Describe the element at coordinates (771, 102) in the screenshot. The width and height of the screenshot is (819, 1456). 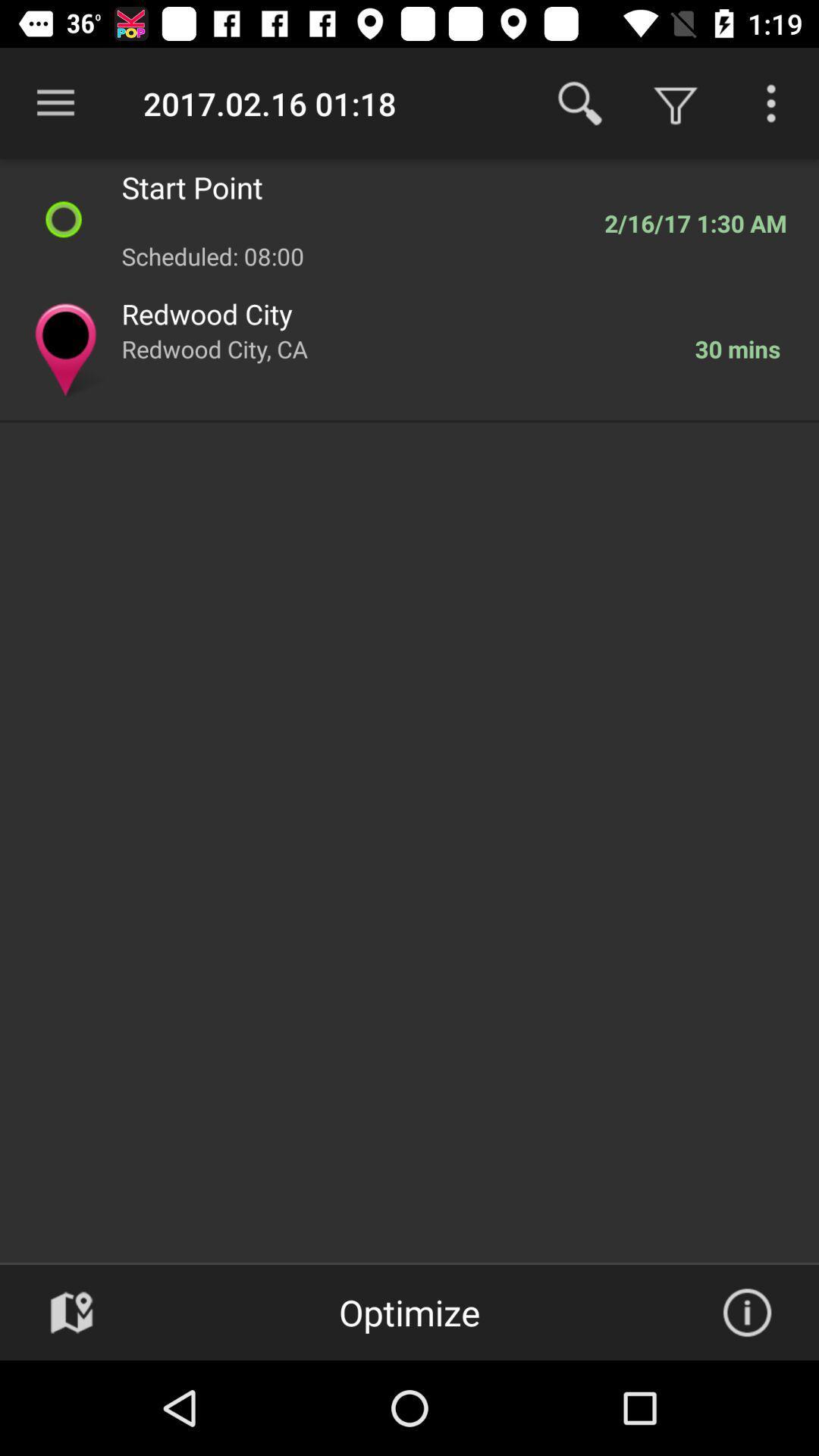
I see `other options` at that location.